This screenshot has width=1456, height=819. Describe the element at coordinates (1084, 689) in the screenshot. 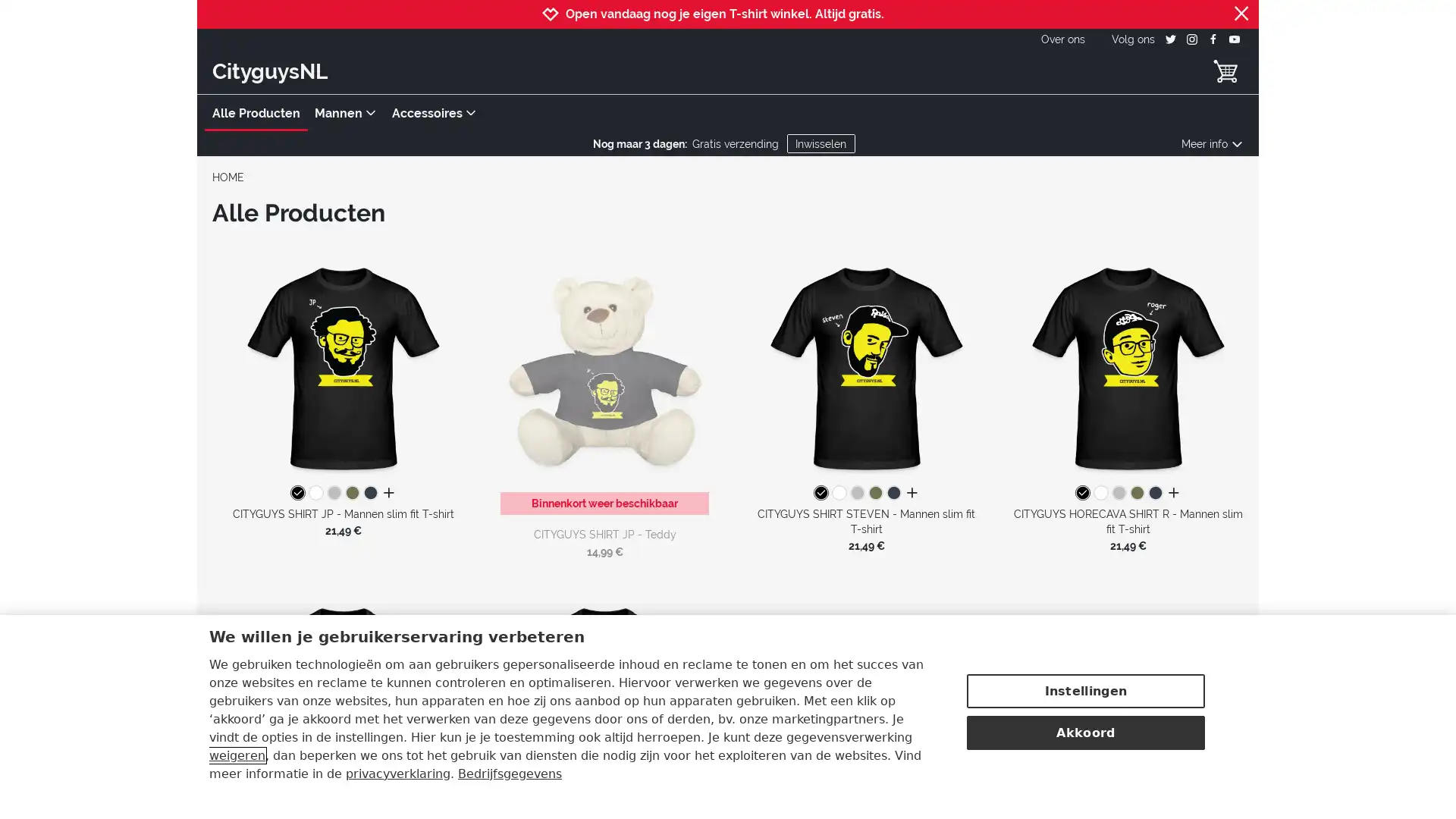

I see `Instellingen` at that location.